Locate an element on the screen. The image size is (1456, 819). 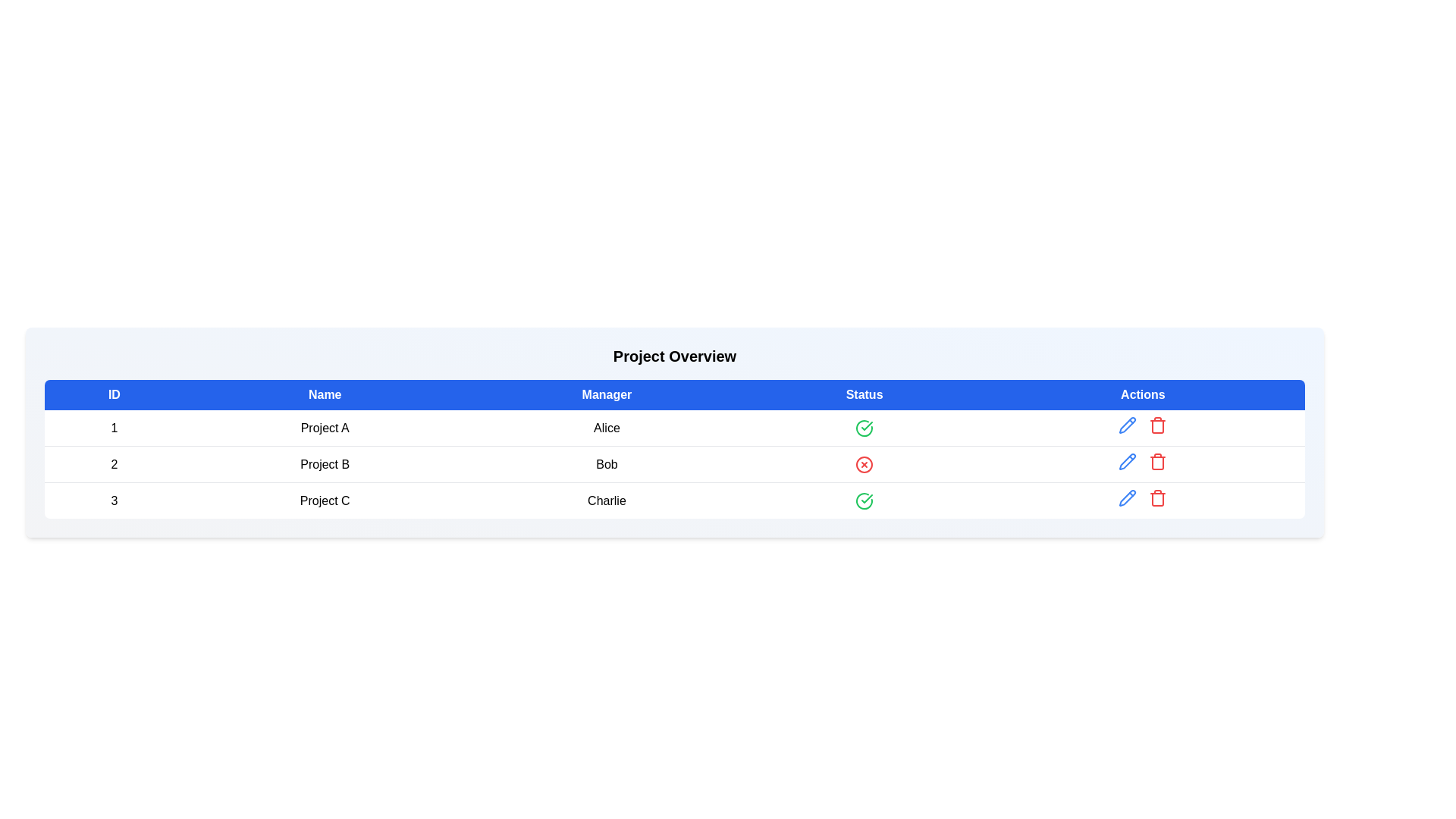
the vector-based pencil icon located in the 'Actions' column for 'Project B' to initiate the edit function is located at coordinates (1128, 497).